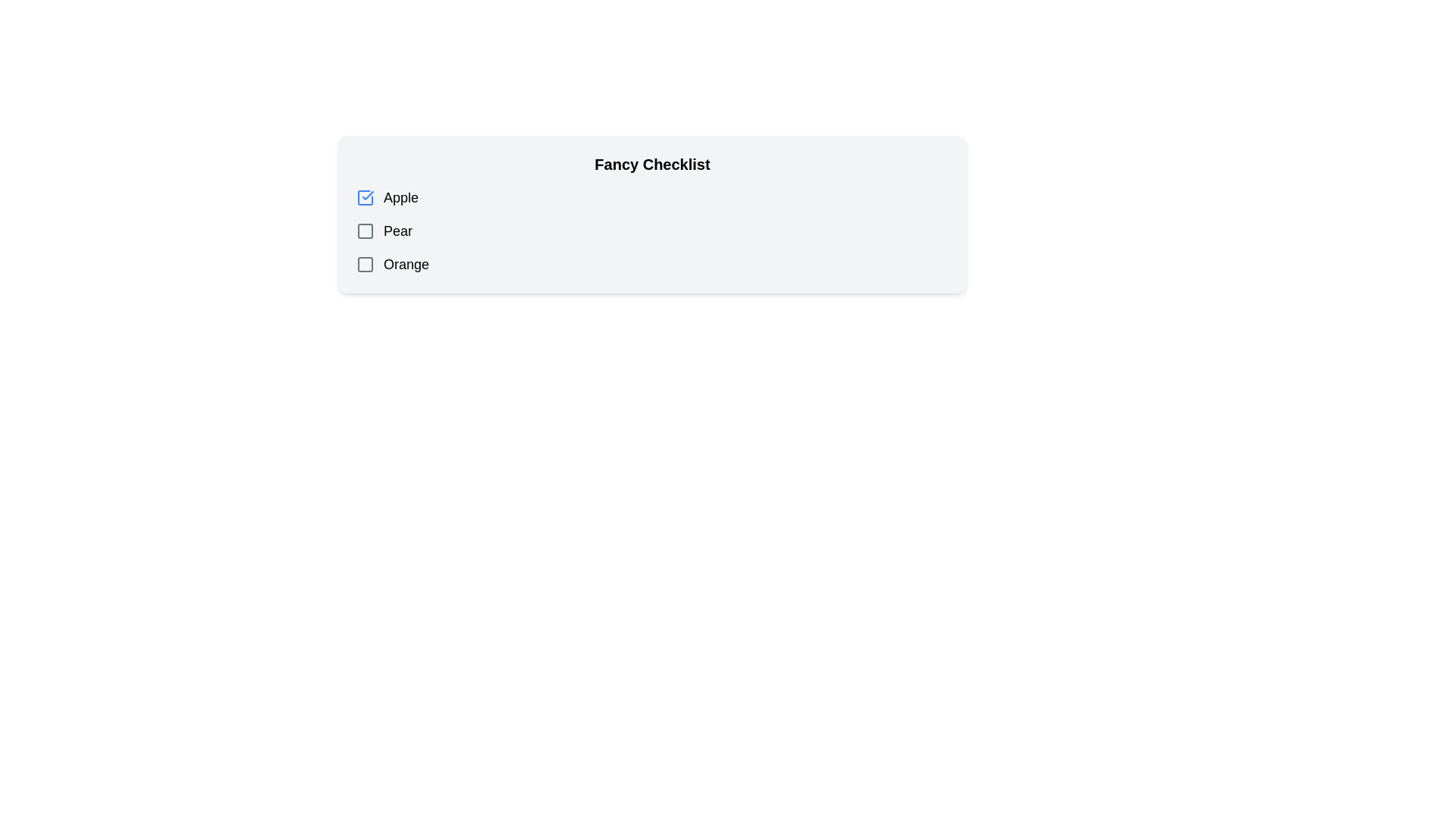  I want to click on the second checkbox in the checklist for 'Pear', so click(365, 231).